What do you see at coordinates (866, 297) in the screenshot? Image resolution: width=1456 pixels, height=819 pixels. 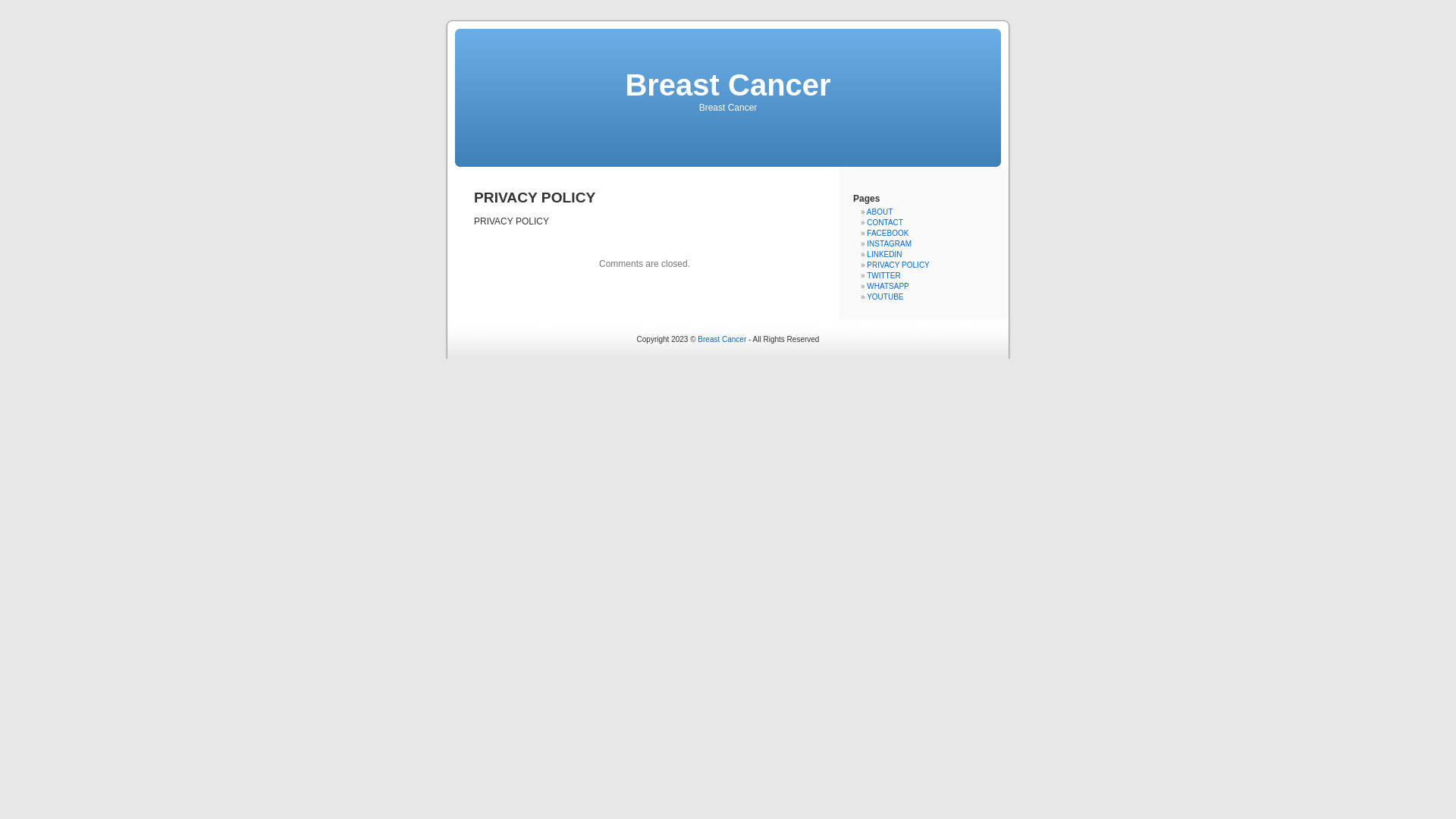 I see `'YOUTUBE'` at bounding box center [866, 297].